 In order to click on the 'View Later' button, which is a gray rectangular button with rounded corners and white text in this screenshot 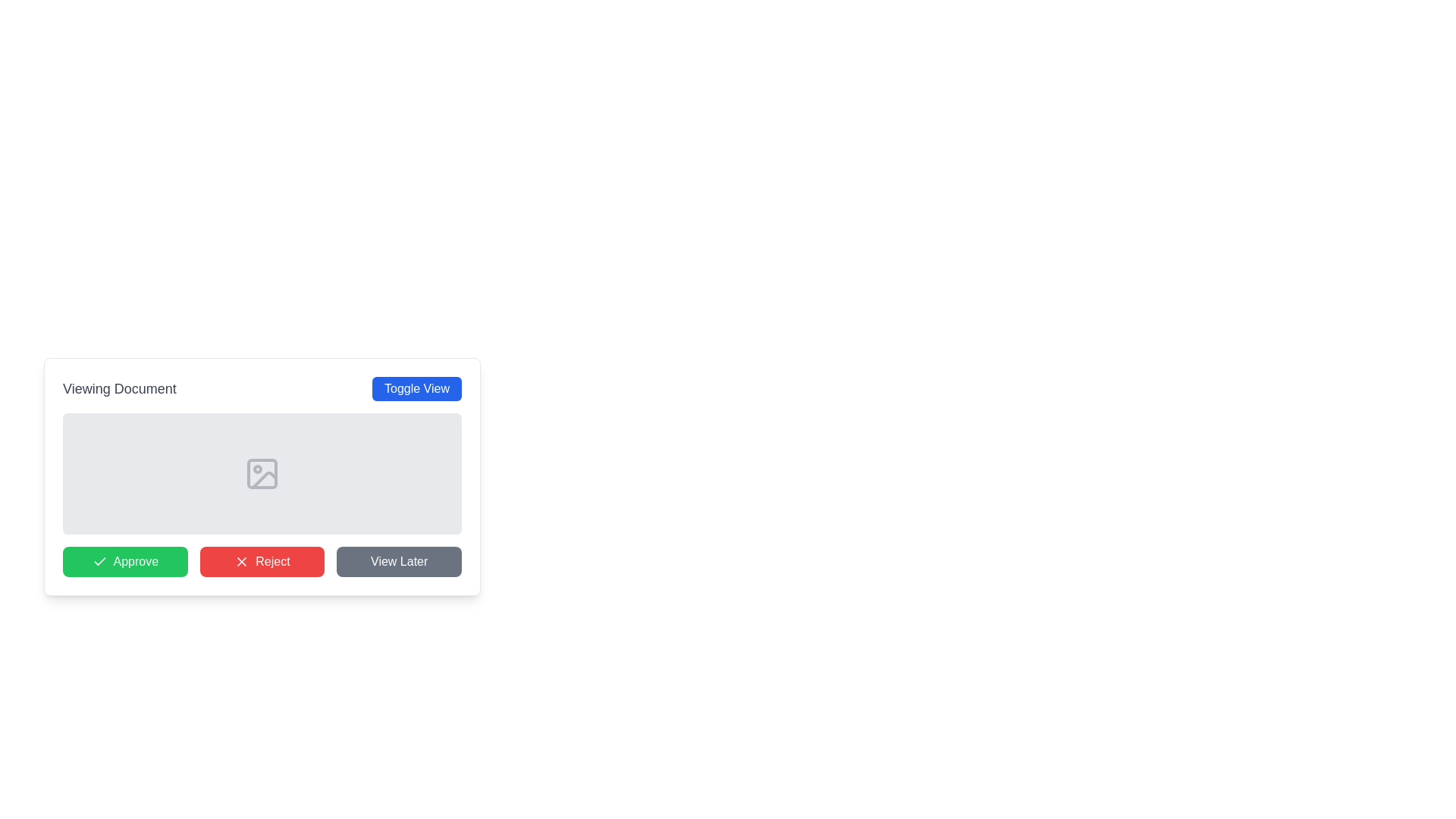, I will do `click(399, 561)`.